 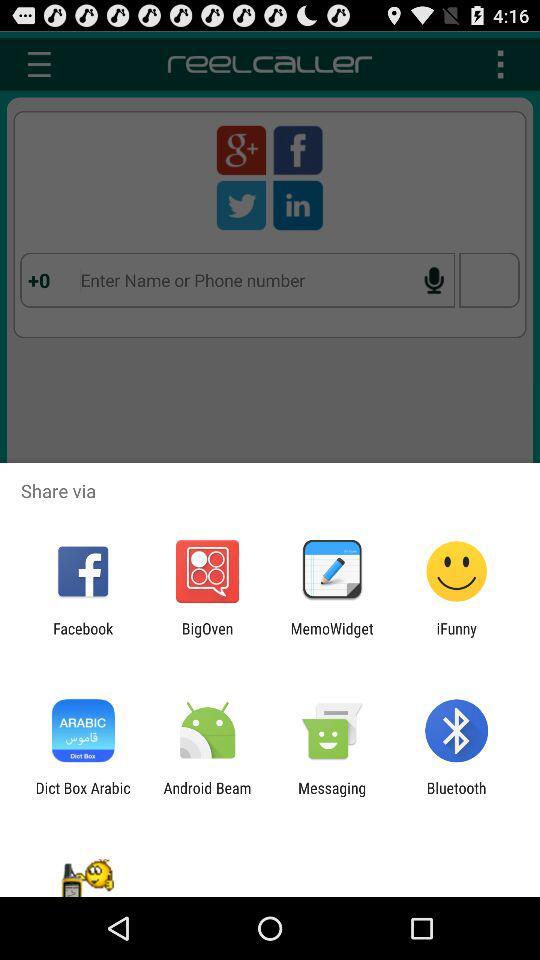 What do you see at coordinates (206, 636) in the screenshot?
I see `the bigoven` at bounding box center [206, 636].